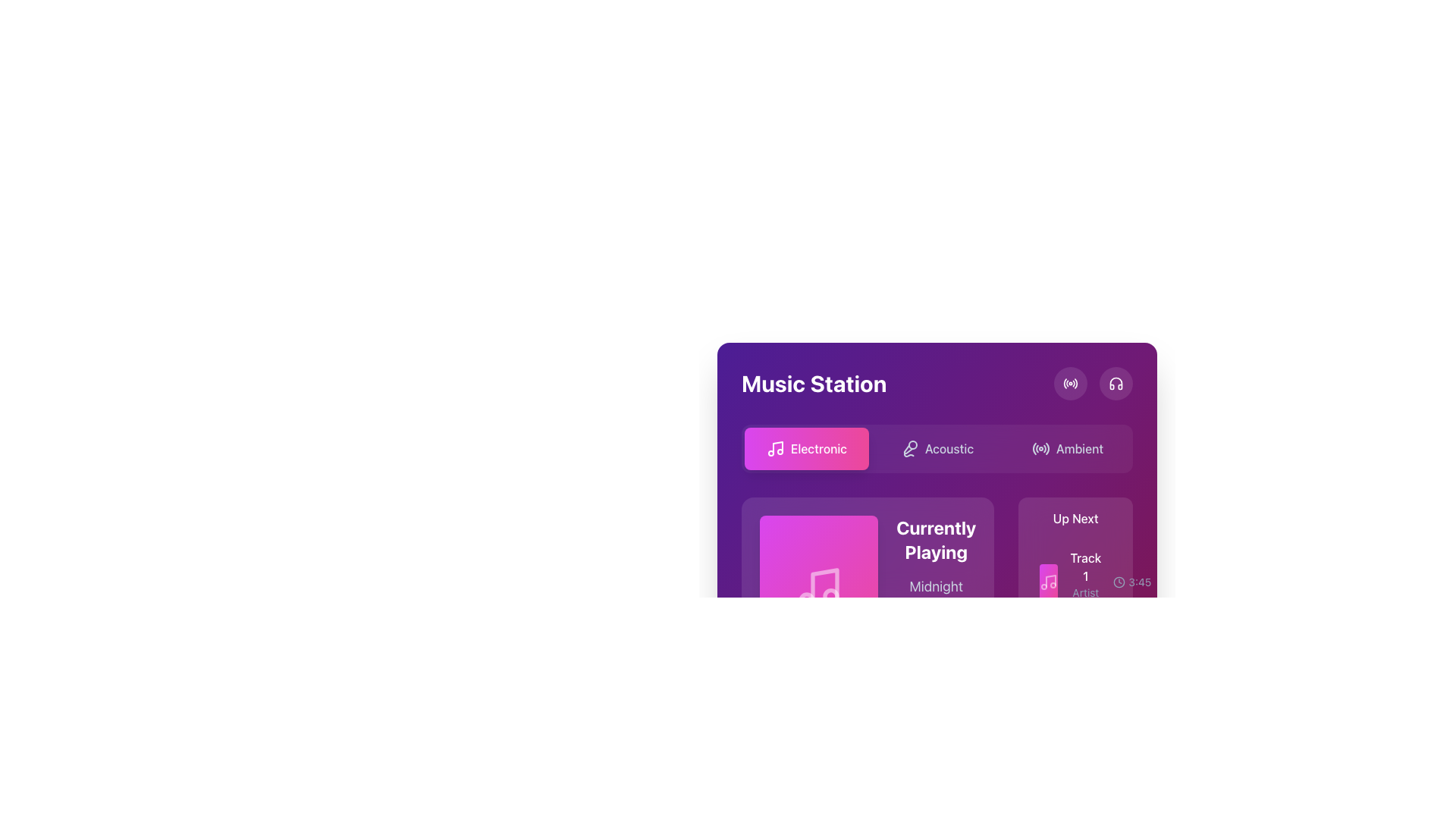 This screenshot has width=1456, height=819. Describe the element at coordinates (1079, 447) in the screenshot. I see `the 'Ambient' text label/button located on the top-right corner of the options bar` at that location.